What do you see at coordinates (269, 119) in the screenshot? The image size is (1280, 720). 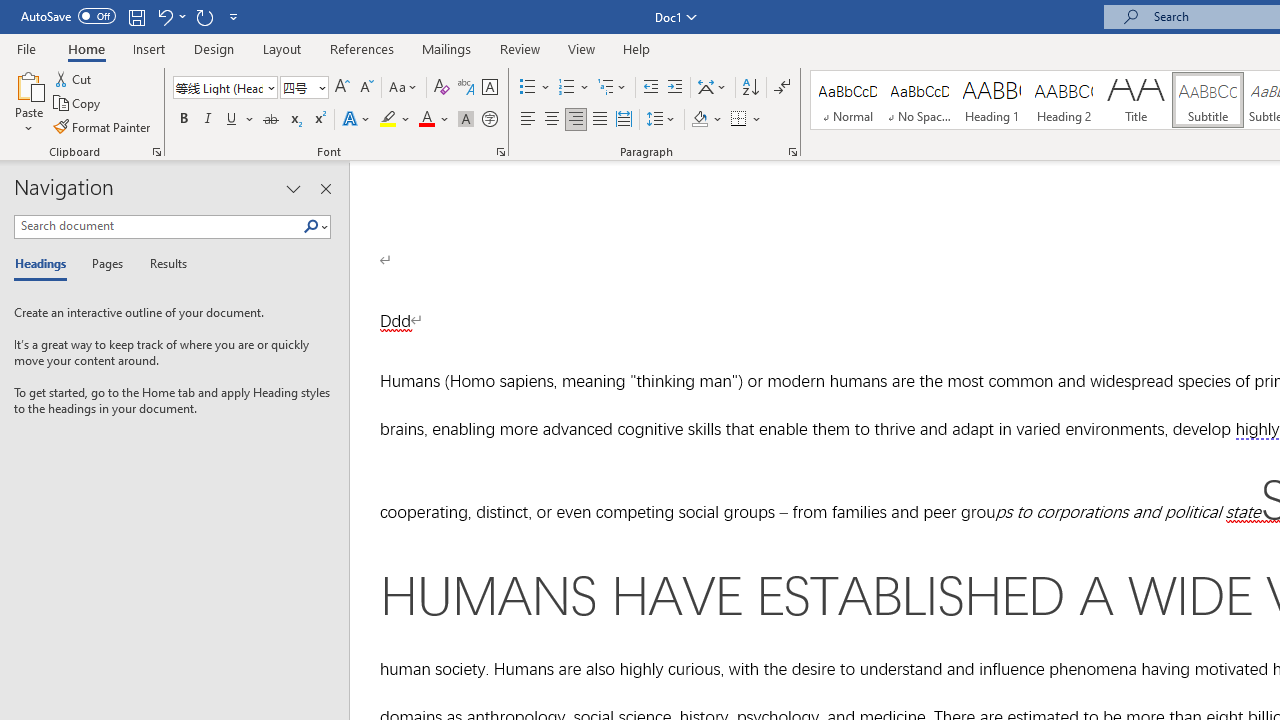 I see `'Strikethrough'` at bounding box center [269, 119].